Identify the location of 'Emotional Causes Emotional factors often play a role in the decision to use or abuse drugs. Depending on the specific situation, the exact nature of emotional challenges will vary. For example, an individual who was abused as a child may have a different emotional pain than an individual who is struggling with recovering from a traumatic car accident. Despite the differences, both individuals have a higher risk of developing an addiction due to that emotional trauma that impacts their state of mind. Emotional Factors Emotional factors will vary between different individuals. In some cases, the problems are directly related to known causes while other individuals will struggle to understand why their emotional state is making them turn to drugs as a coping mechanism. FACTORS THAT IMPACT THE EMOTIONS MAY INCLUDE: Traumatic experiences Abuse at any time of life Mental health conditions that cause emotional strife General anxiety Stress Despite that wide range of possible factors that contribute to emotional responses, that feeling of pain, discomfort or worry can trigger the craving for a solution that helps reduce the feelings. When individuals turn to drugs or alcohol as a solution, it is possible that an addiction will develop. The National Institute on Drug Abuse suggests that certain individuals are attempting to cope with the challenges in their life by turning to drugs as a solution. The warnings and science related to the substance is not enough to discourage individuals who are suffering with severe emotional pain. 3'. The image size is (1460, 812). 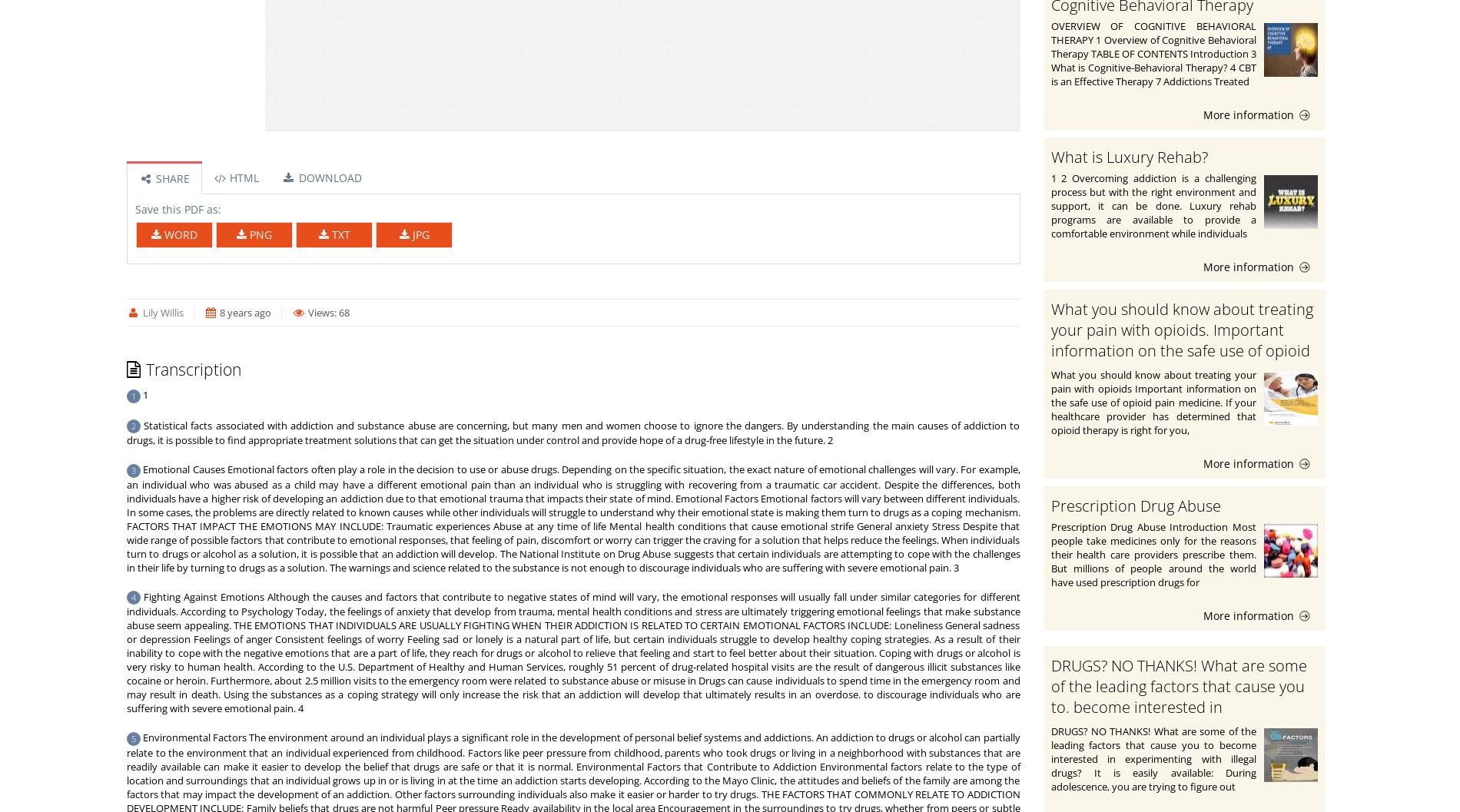
(572, 518).